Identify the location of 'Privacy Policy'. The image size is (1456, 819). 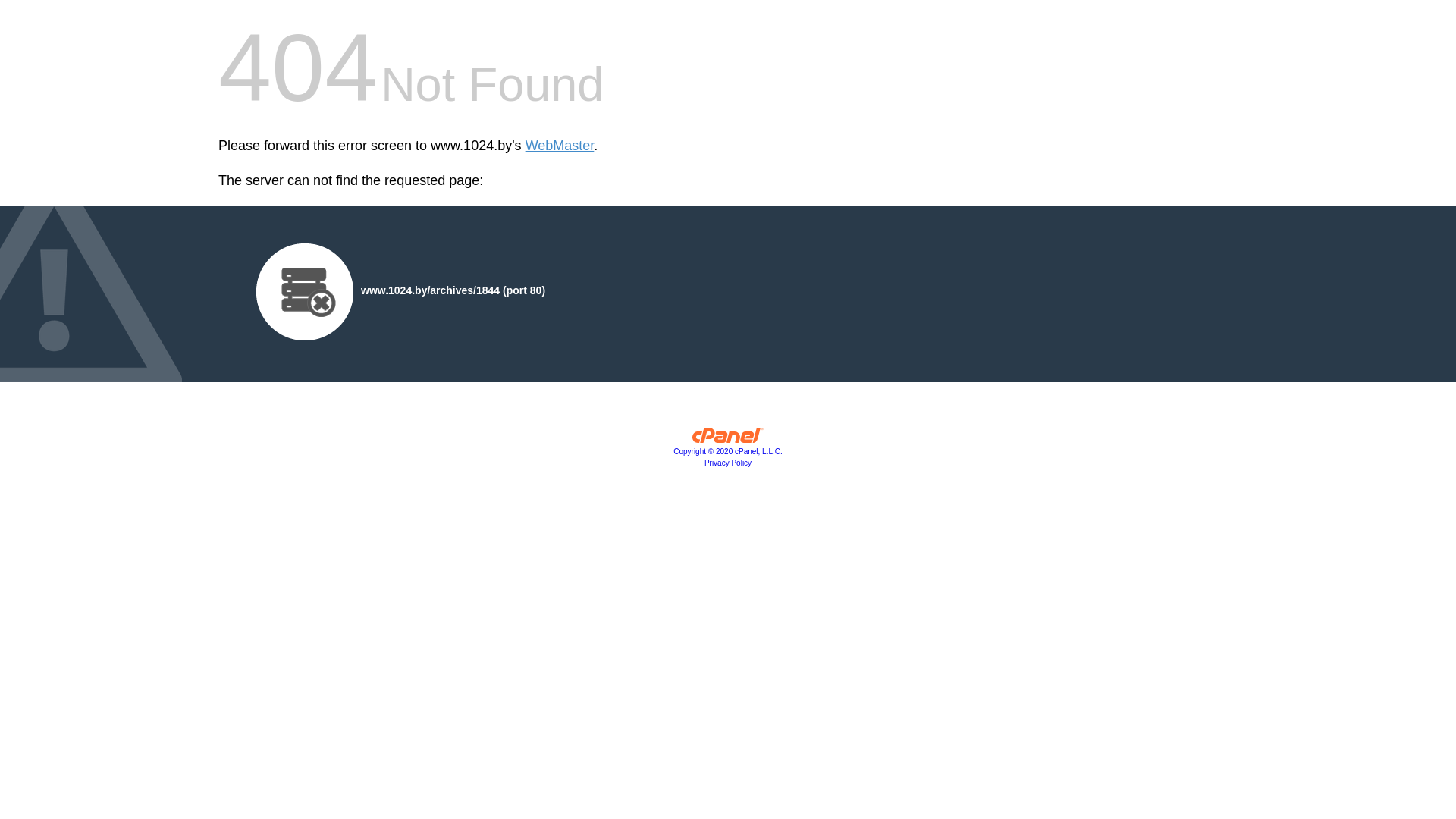
(728, 462).